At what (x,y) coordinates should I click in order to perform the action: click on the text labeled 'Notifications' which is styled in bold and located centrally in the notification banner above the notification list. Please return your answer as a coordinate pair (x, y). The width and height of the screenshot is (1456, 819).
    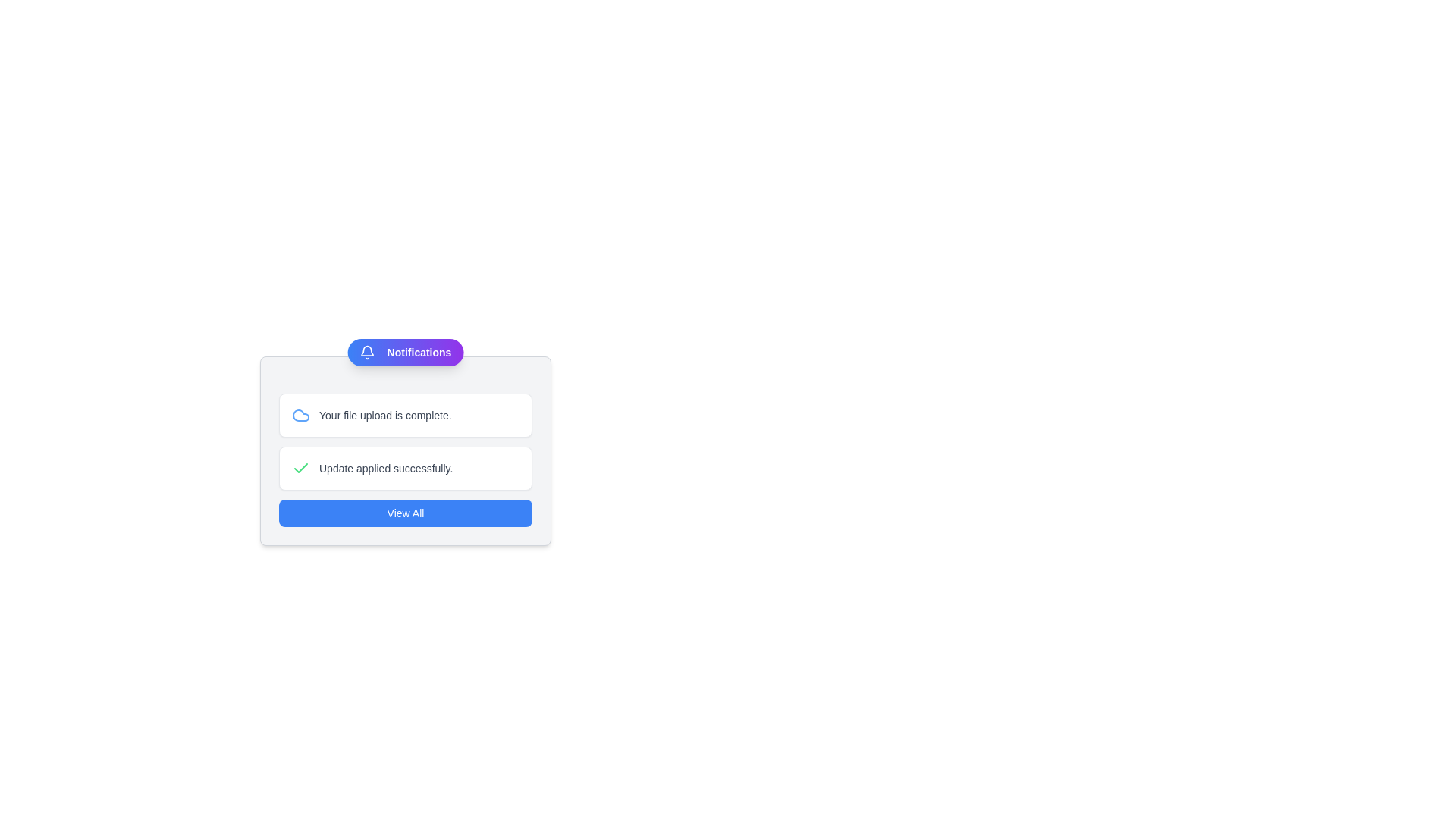
    Looking at the image, I should click on (419, 353).